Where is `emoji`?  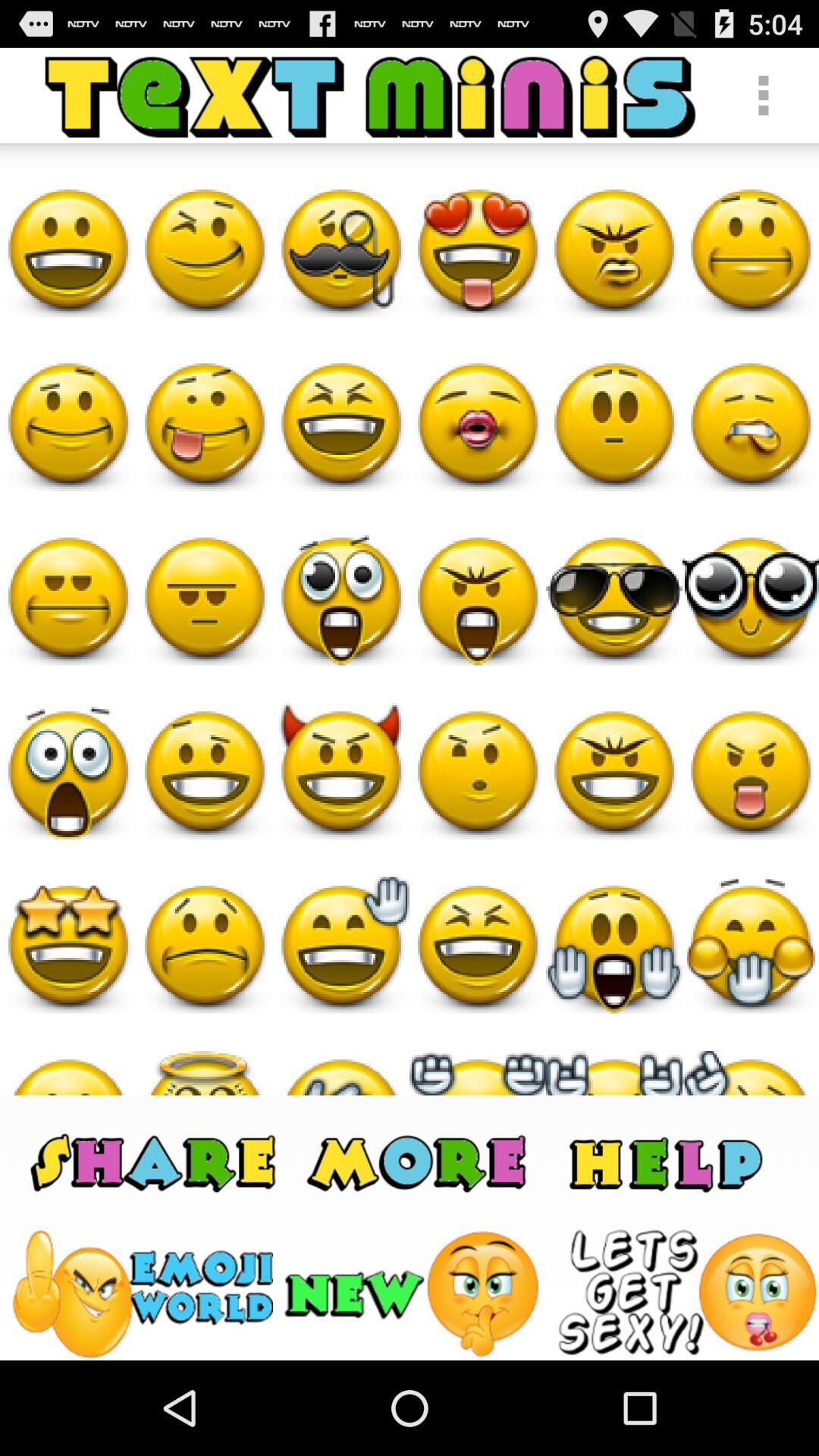 emoji is located at coordinates (141, 1293).